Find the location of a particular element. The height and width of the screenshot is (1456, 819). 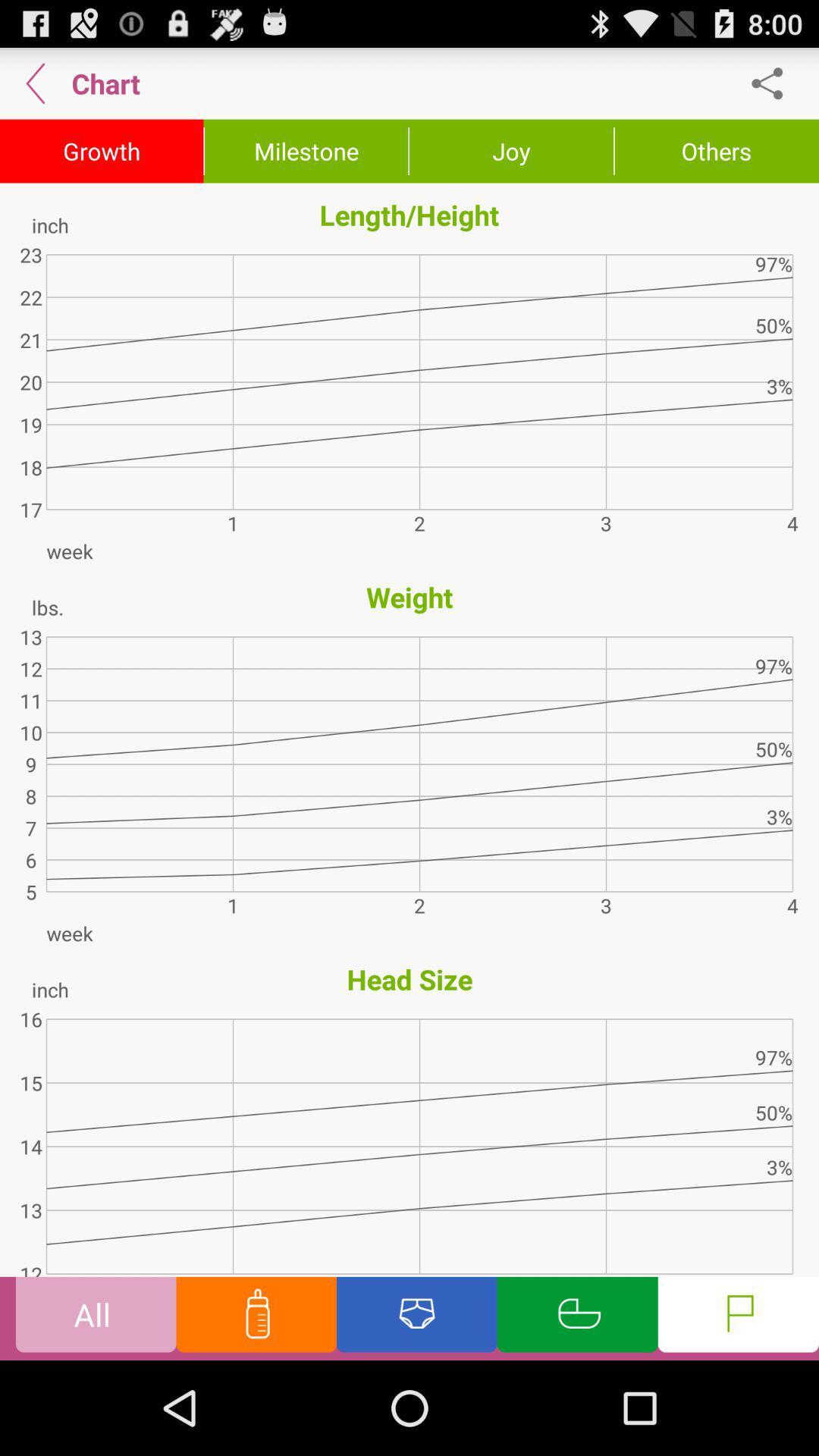

feedings is located at coordinates (256, 1317).